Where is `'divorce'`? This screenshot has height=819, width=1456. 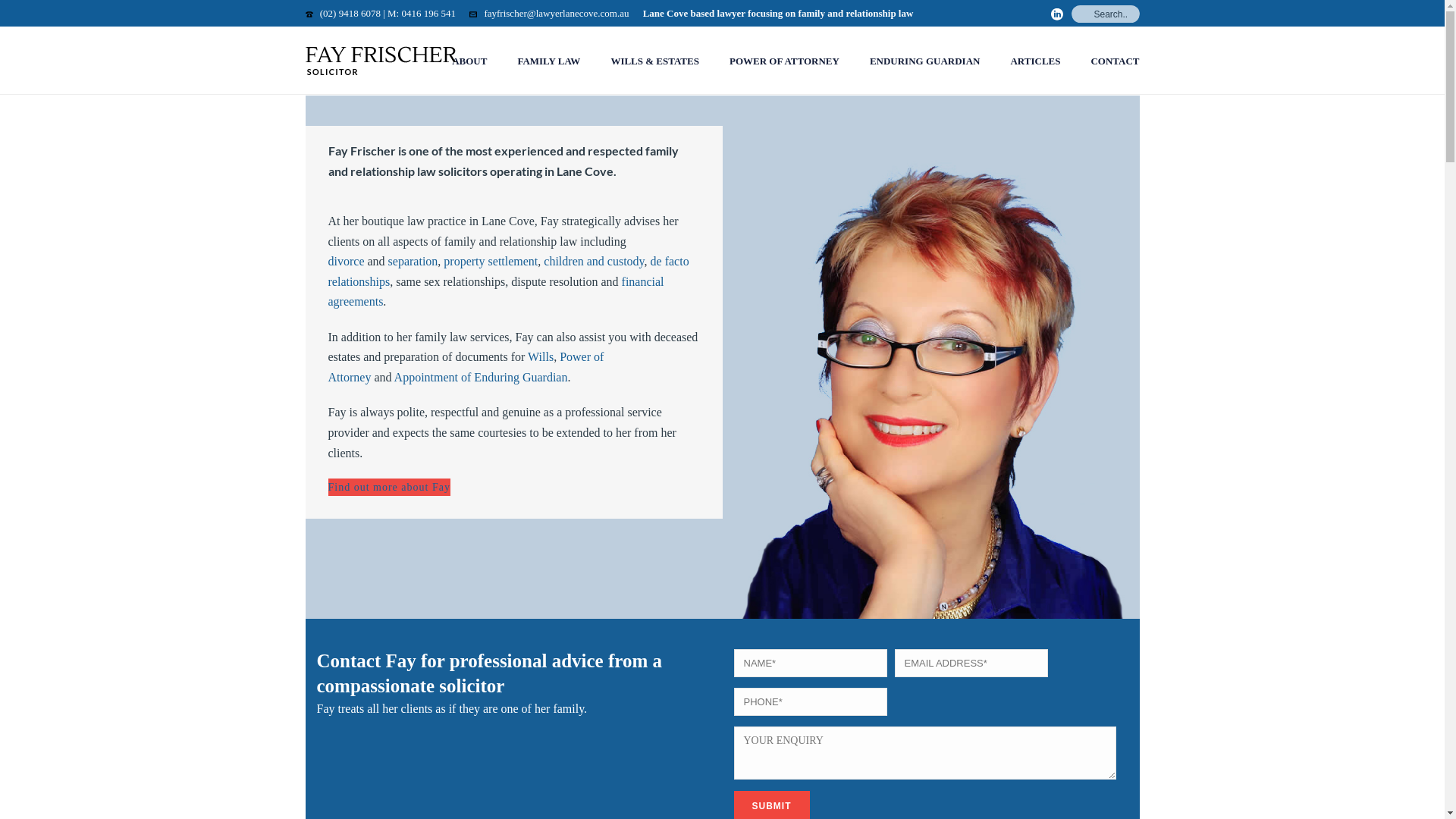 'divorce' is located at coordinates (345, 260).